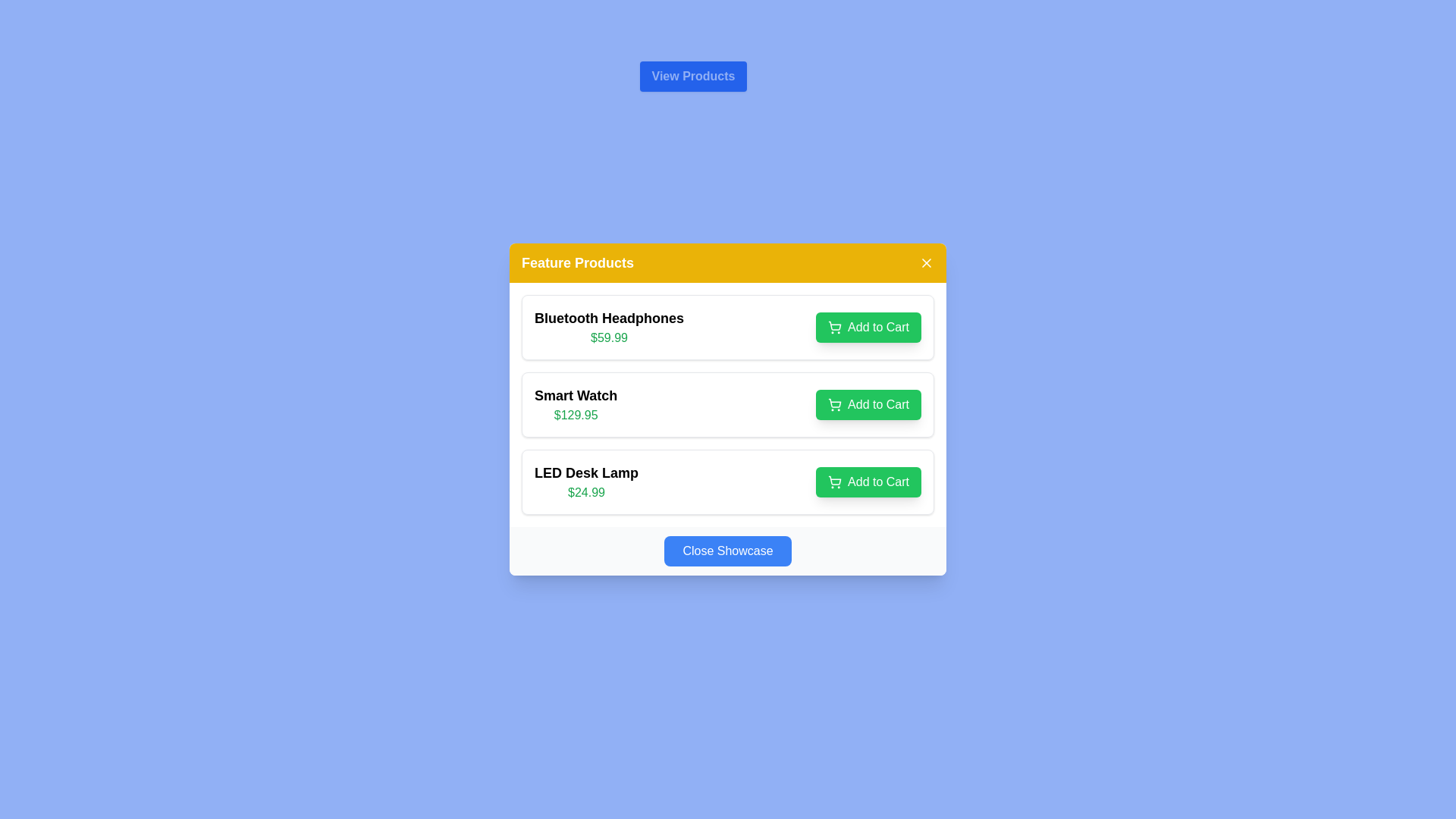 The width and height of the screenshot is (1456, 819). I want to click on the button that navigates to the available products section, which is located above the 'Feature Products' section and is the only button in that position, so click(692, 76).